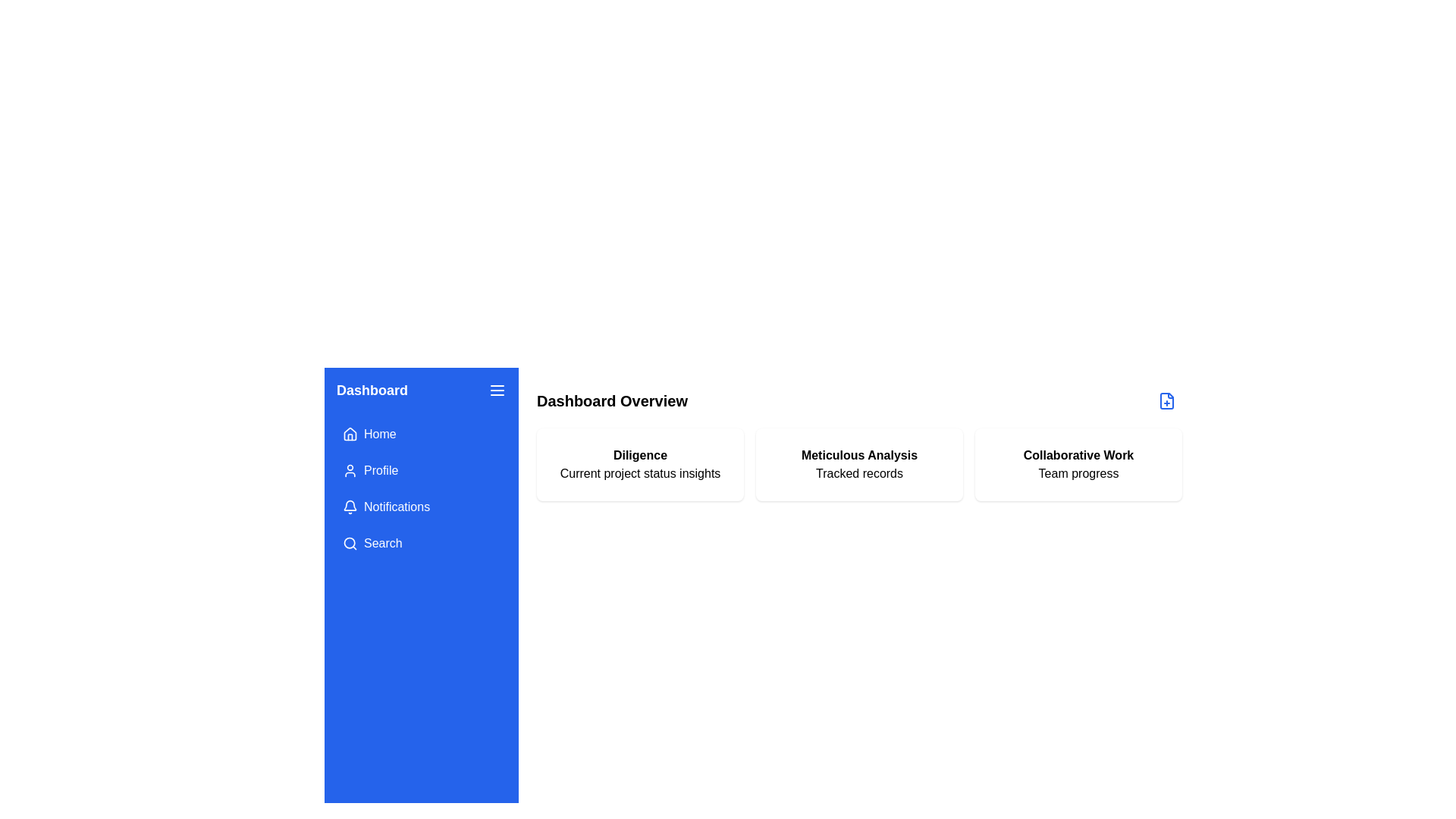 The height and width of the screenshot is (819, 1456). I want to click on the 'Profile' menu button located in the left-side navigation bar, which contains the user profile silhouette icon, so click(349, 470).